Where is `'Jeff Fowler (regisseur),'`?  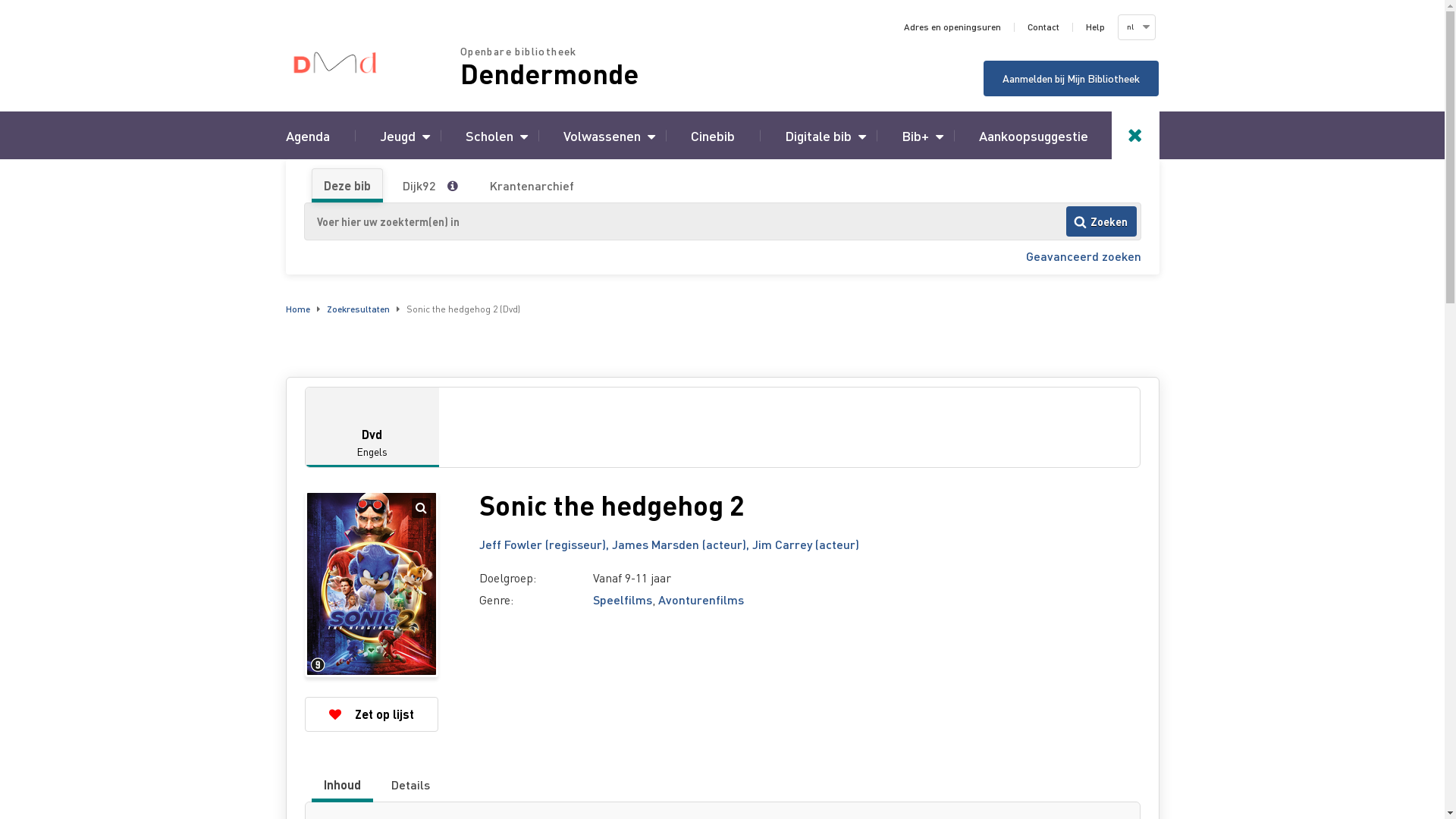 'Jeff Fowler (regisseur),' is located at coordinates (545, 543).